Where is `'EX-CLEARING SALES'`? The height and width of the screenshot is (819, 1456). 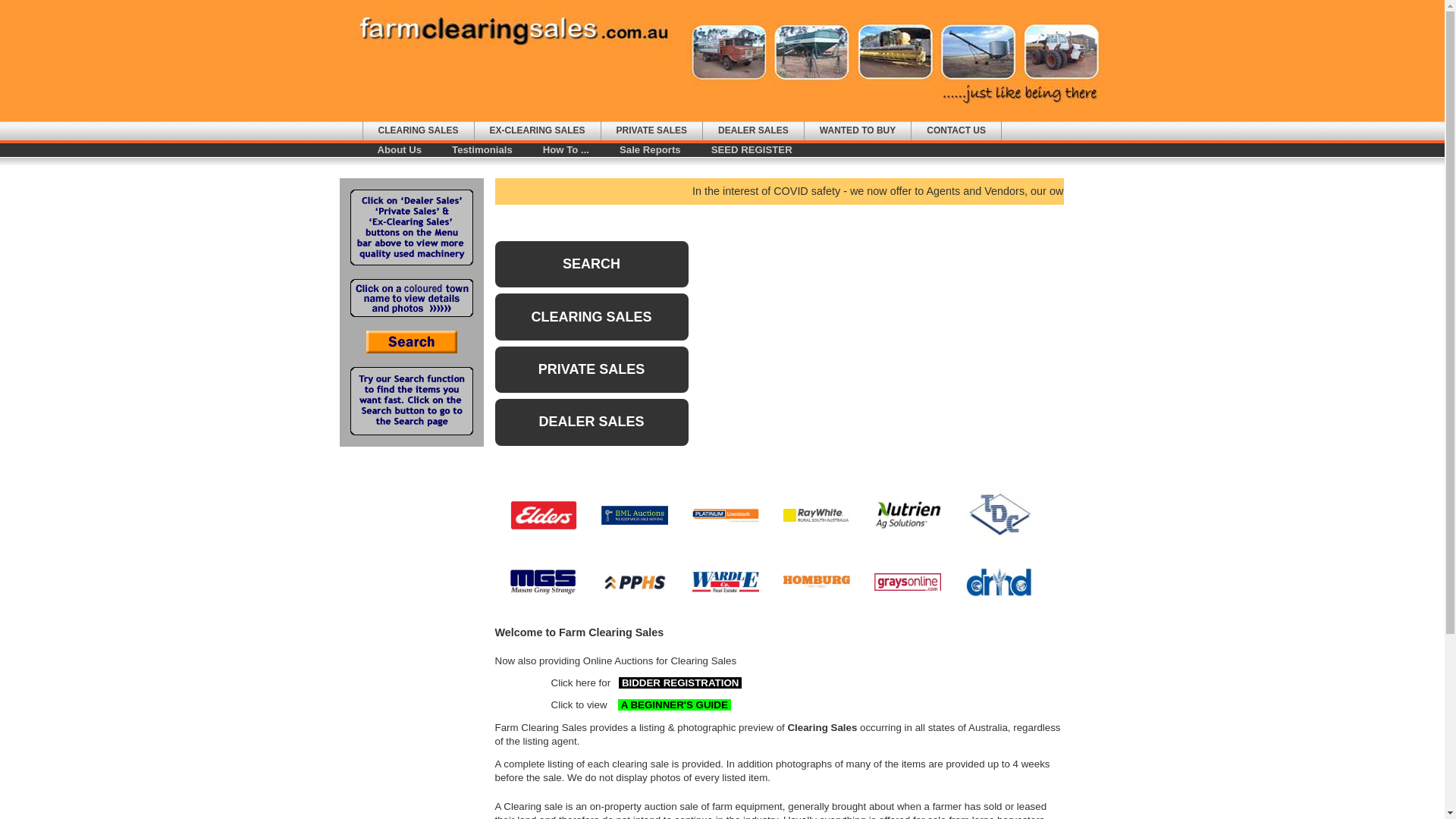
'EX-CLEARING SALES' is located at coordinates (538, 130).